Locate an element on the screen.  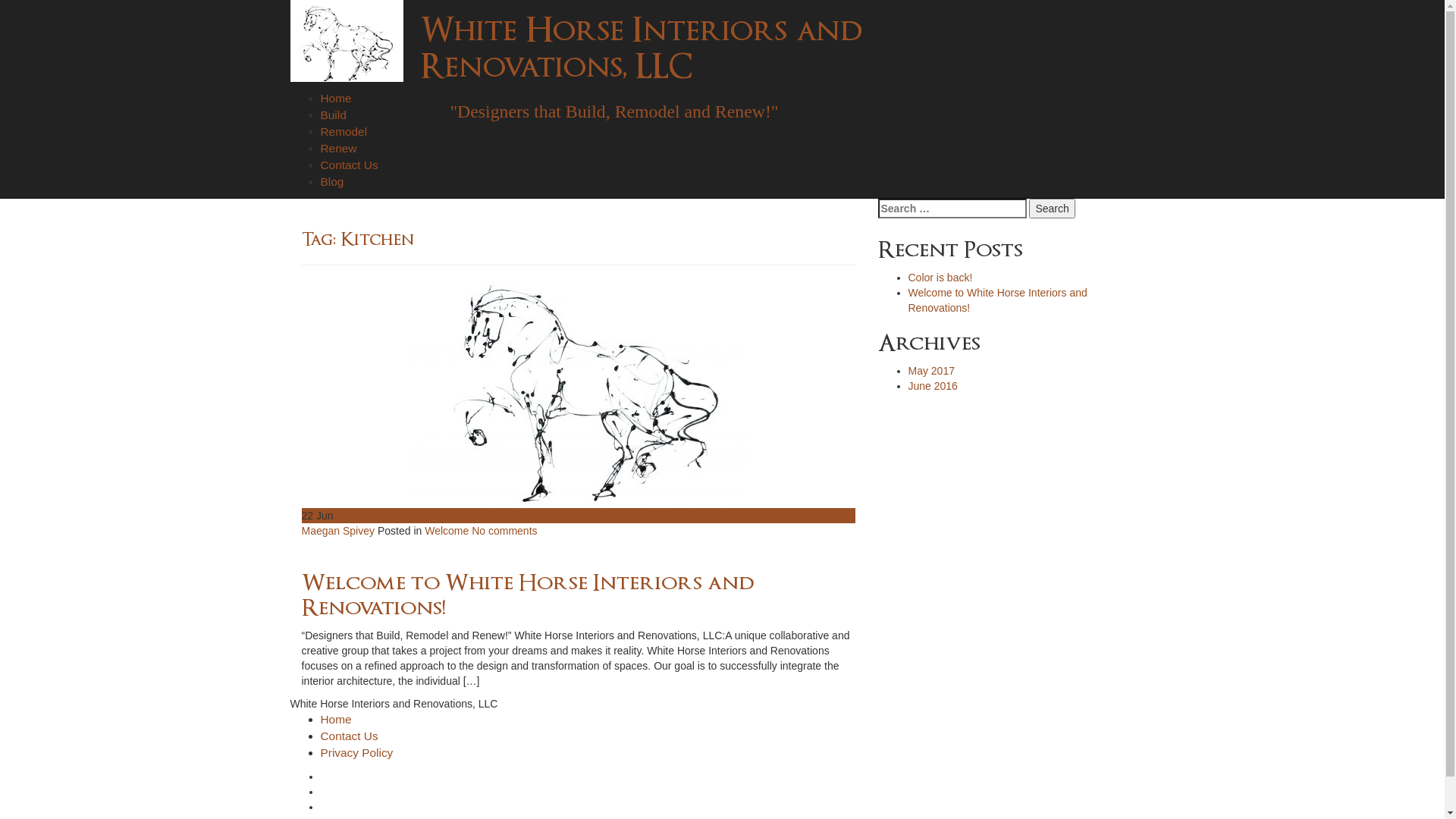
'No comments' is located at coordinates (504, 529).